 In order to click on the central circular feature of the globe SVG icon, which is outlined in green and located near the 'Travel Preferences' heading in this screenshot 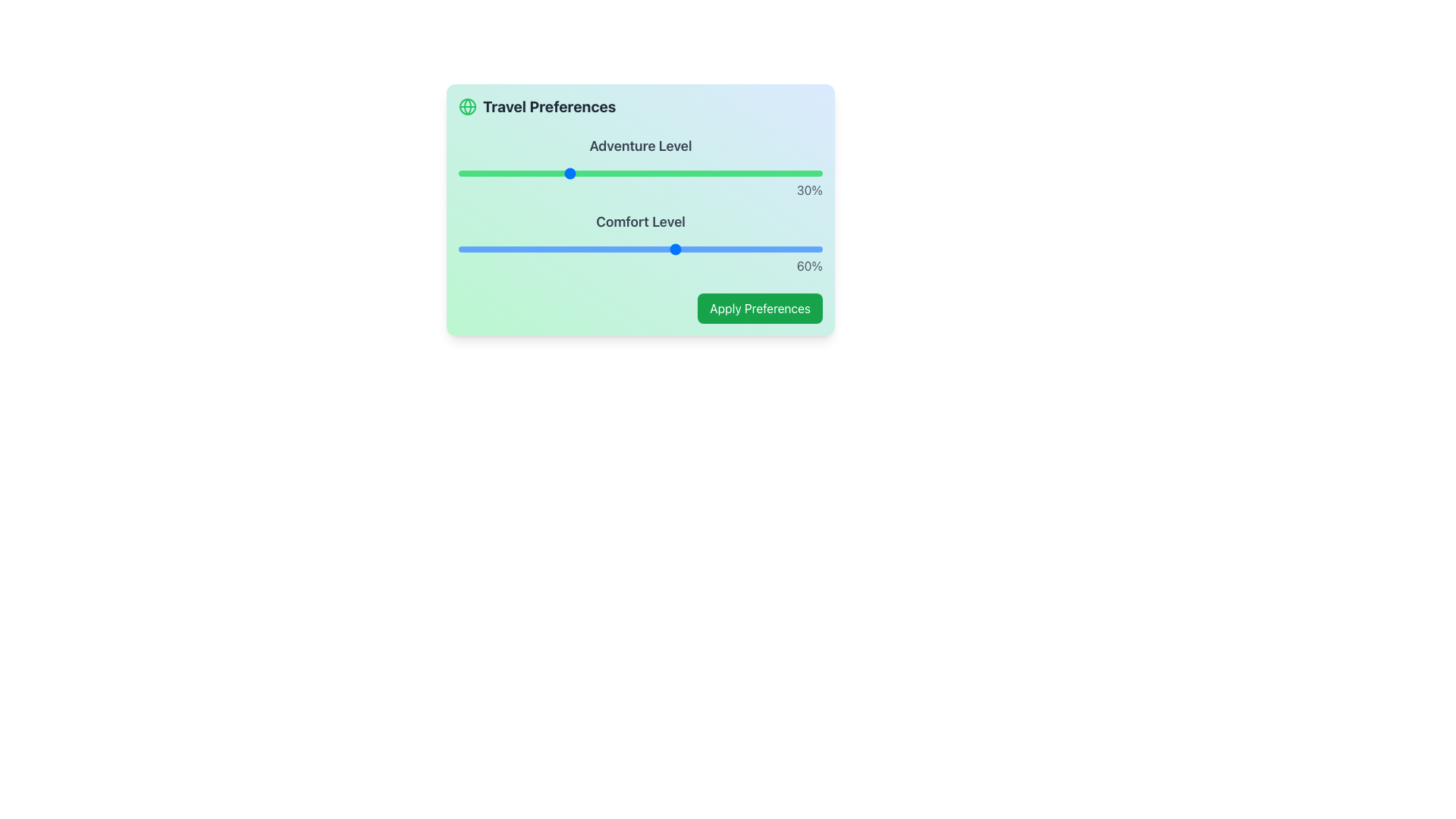, I will do `click(467, 106)`.